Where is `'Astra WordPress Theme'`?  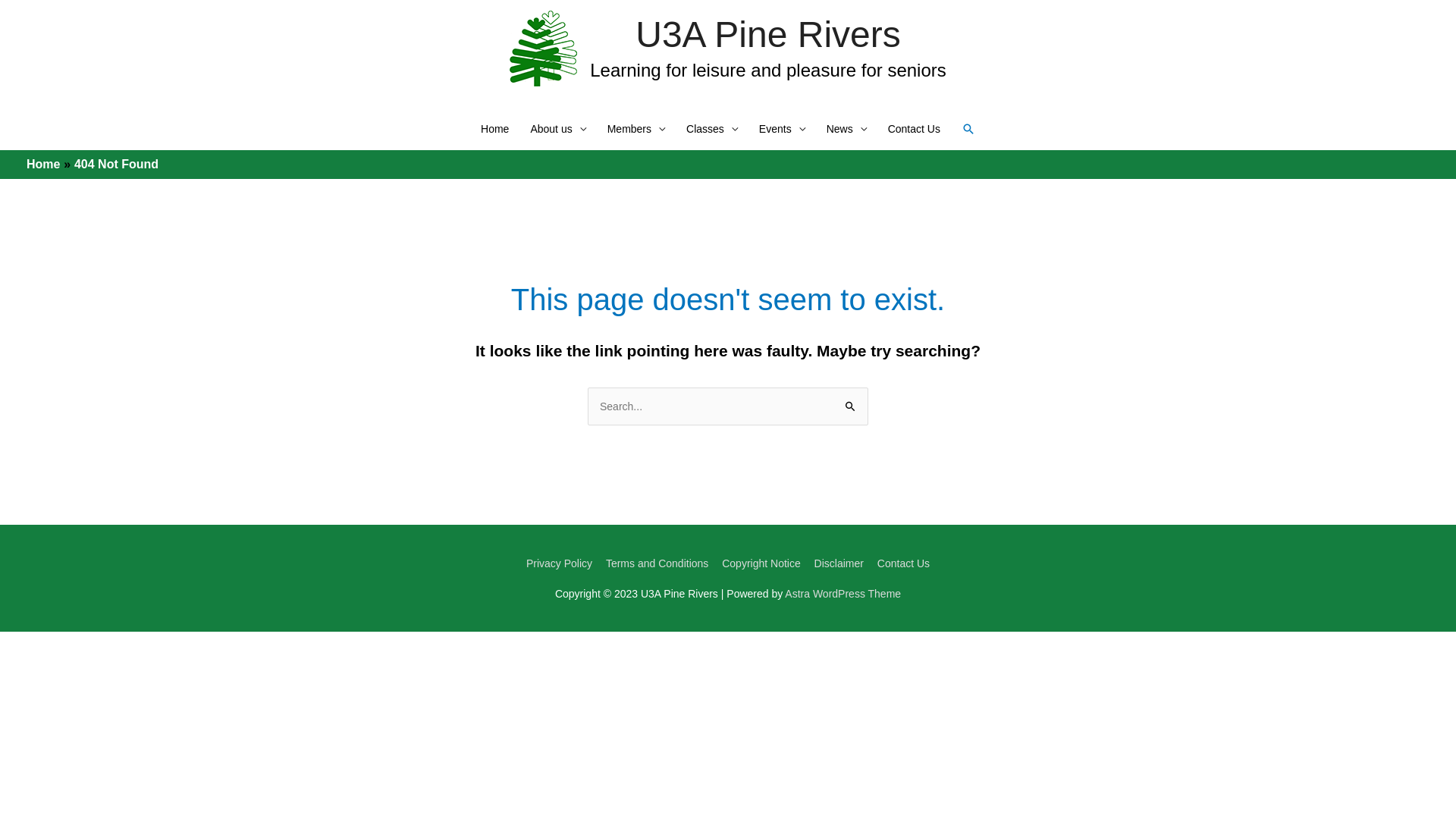 'Astra WordPress Theme' is located at coordinates (842, 593).